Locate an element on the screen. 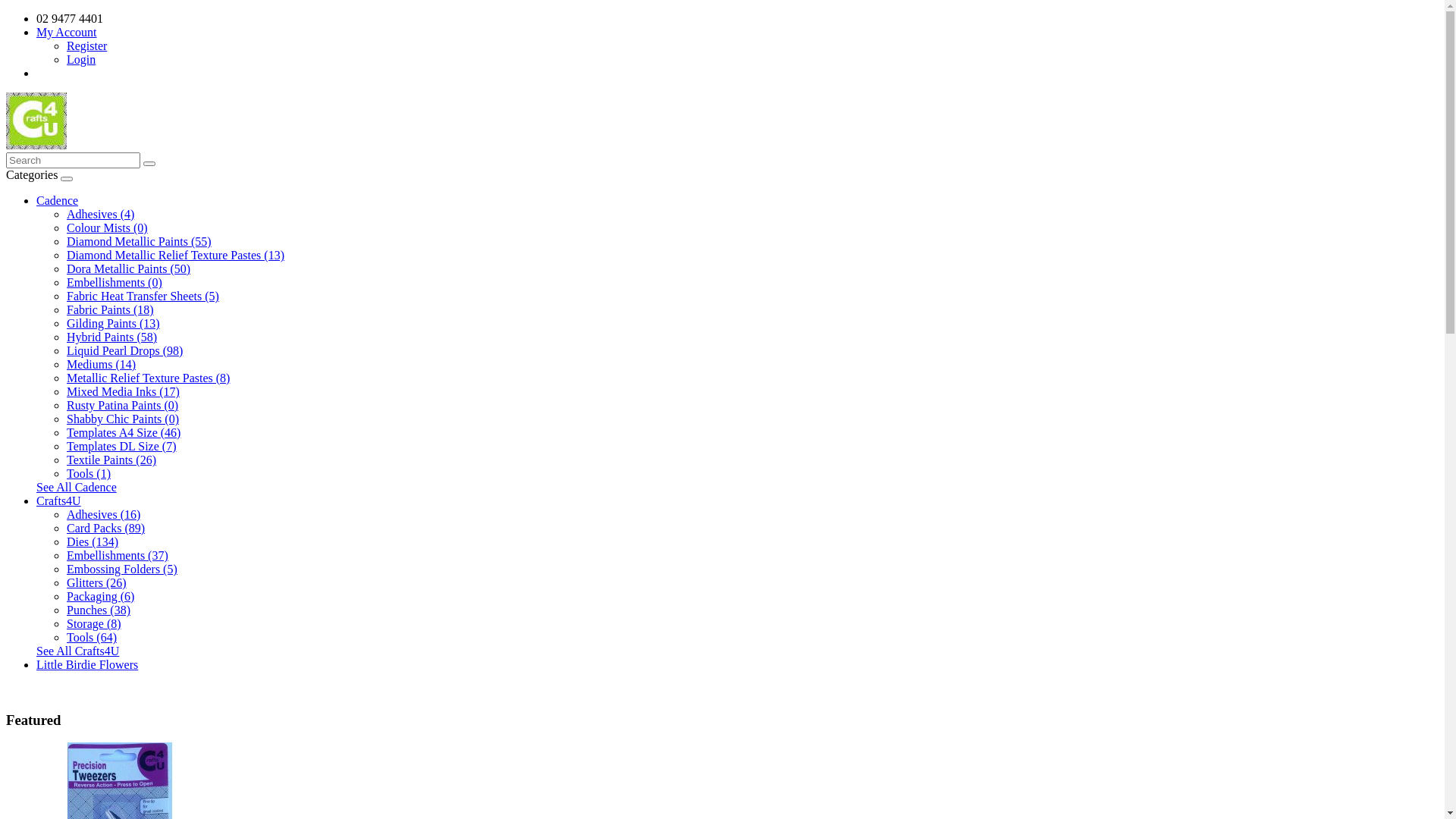  'Diamond Metallic Relief Texture Pastes (13)' is located at coordinates (65, 254).